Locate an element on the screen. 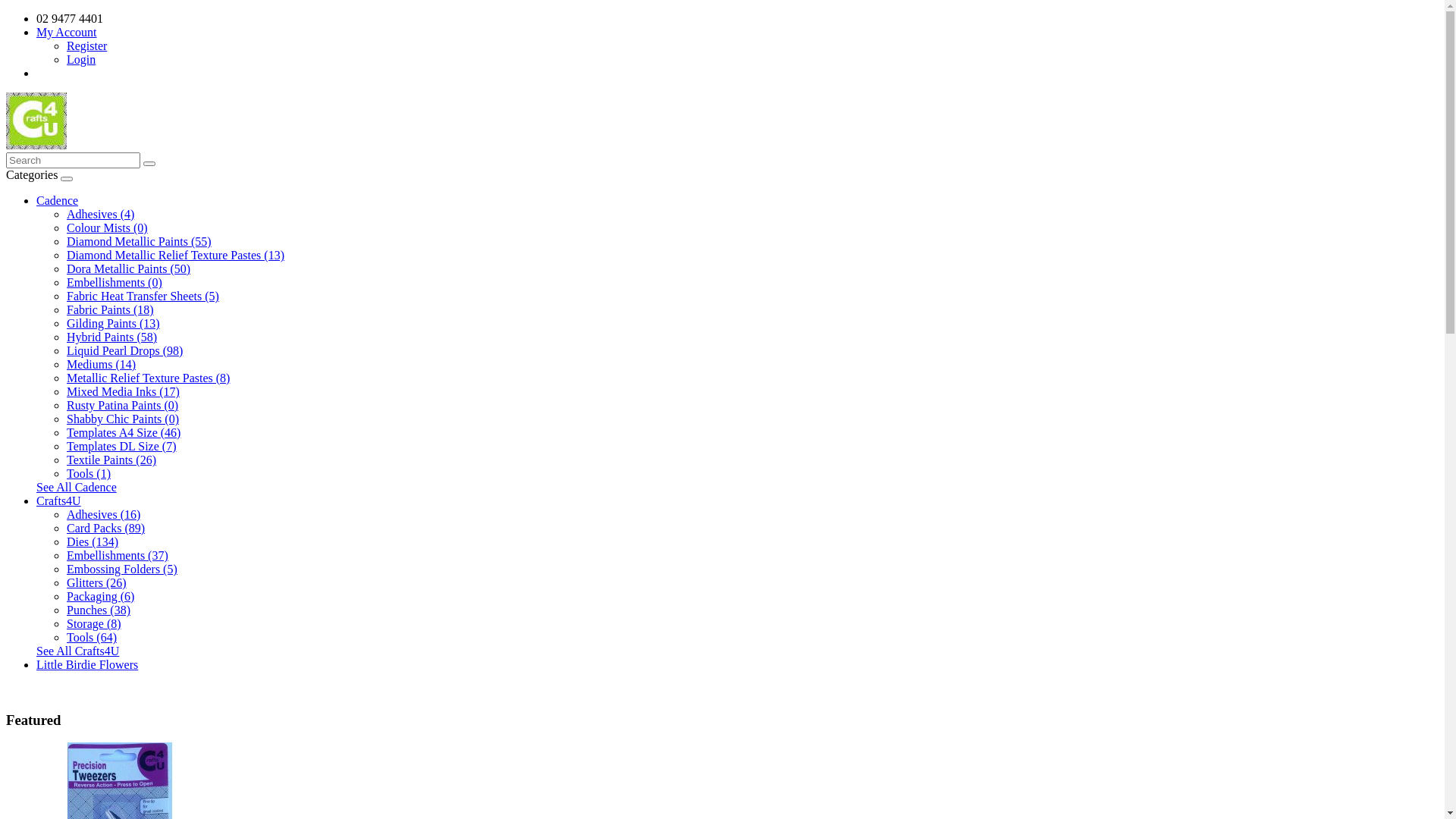  'Diamond Metallic Relief Texture Pastes (13)' is located at coordinates (65, 254).